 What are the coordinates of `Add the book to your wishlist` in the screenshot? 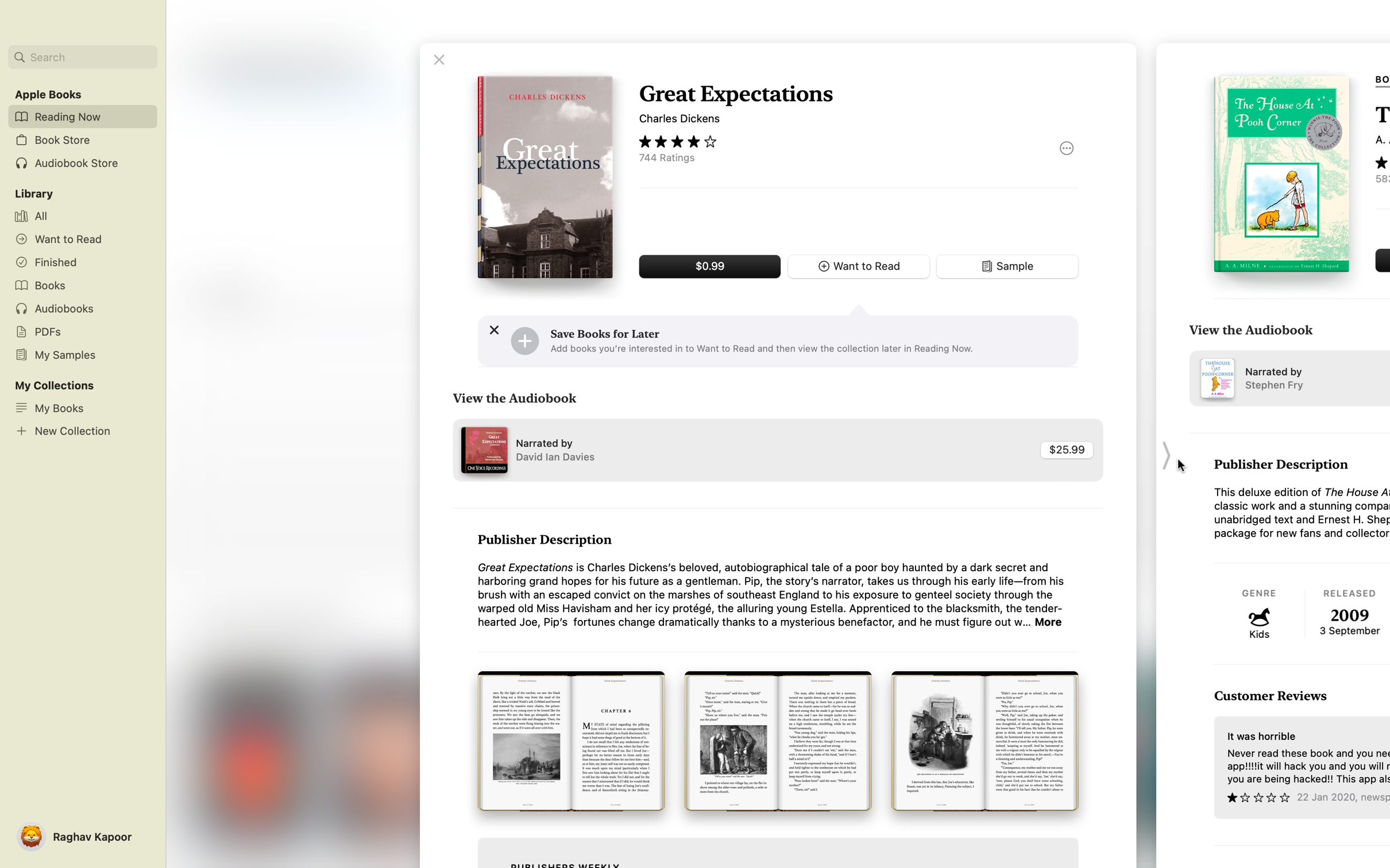 It's located at (524, 340).